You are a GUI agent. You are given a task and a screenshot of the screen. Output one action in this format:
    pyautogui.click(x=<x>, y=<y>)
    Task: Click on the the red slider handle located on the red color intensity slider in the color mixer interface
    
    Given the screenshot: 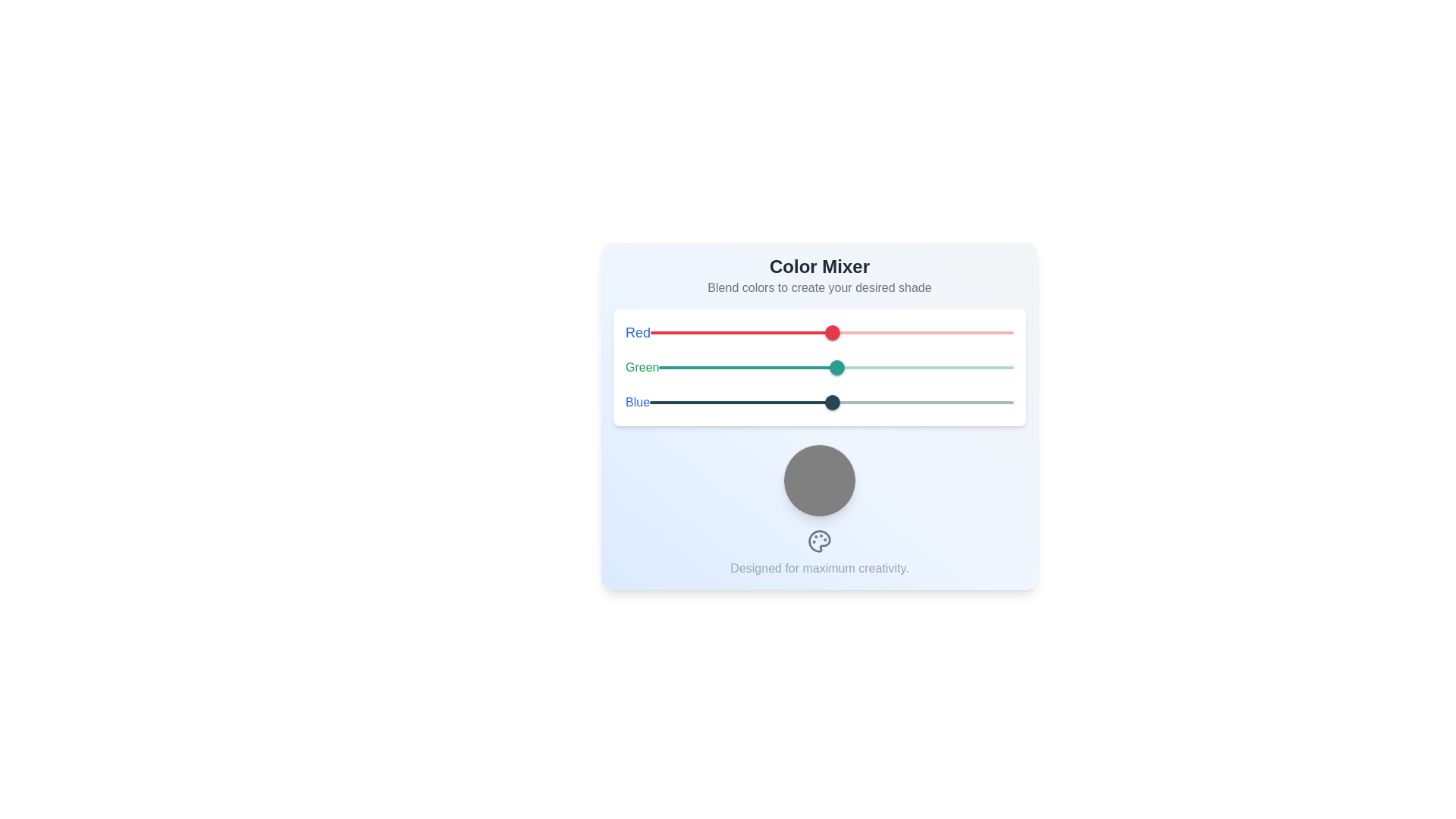 What is the action you would take?
    pyautogui.click(x=832, y=332)
    